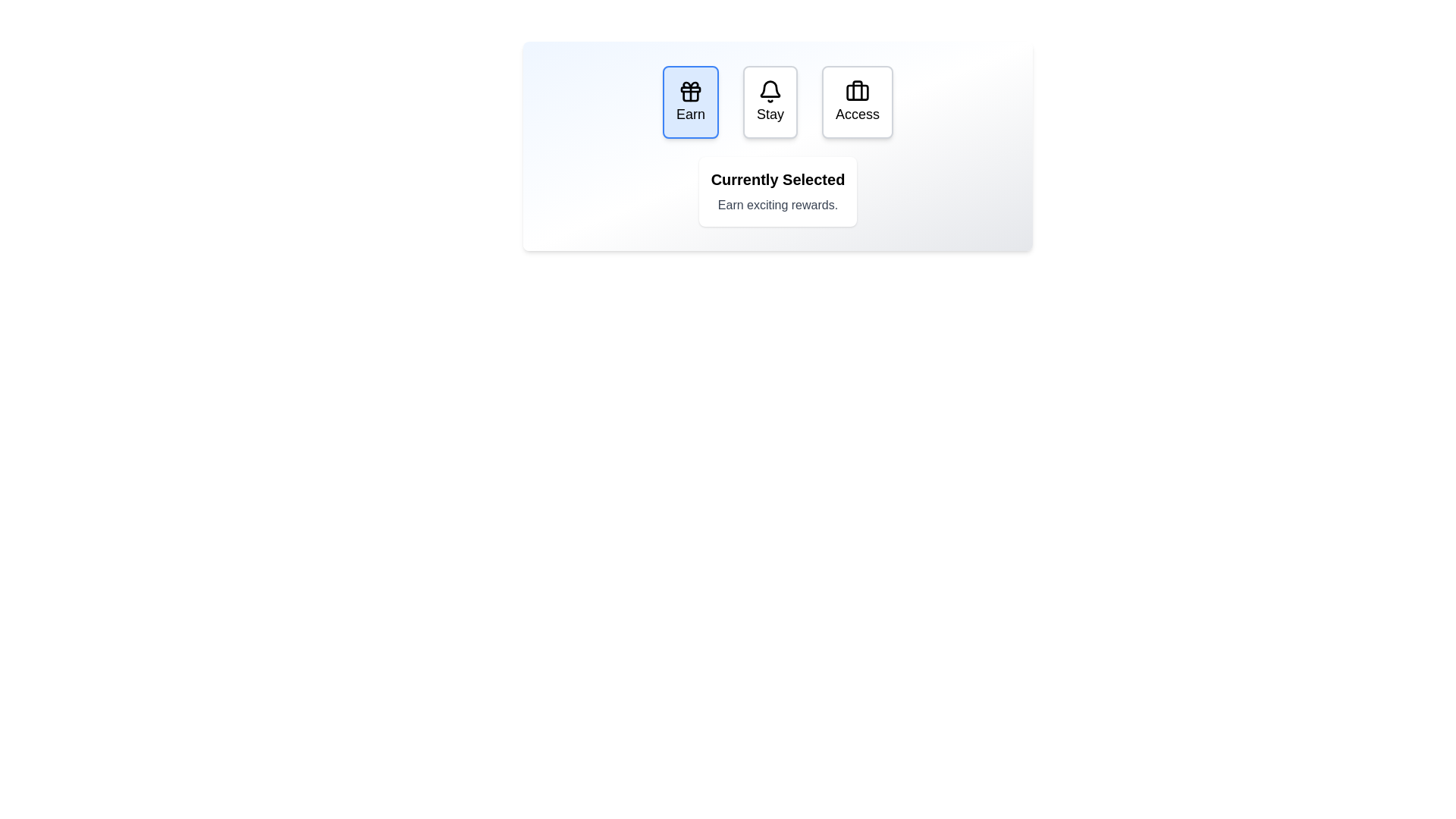 The width and height of the screenshot is (1456, 819). I want to click on the card-styled button labeled 'Access' located at the center of the interface, which features a briefcase icon above the text, so click(858, 102).